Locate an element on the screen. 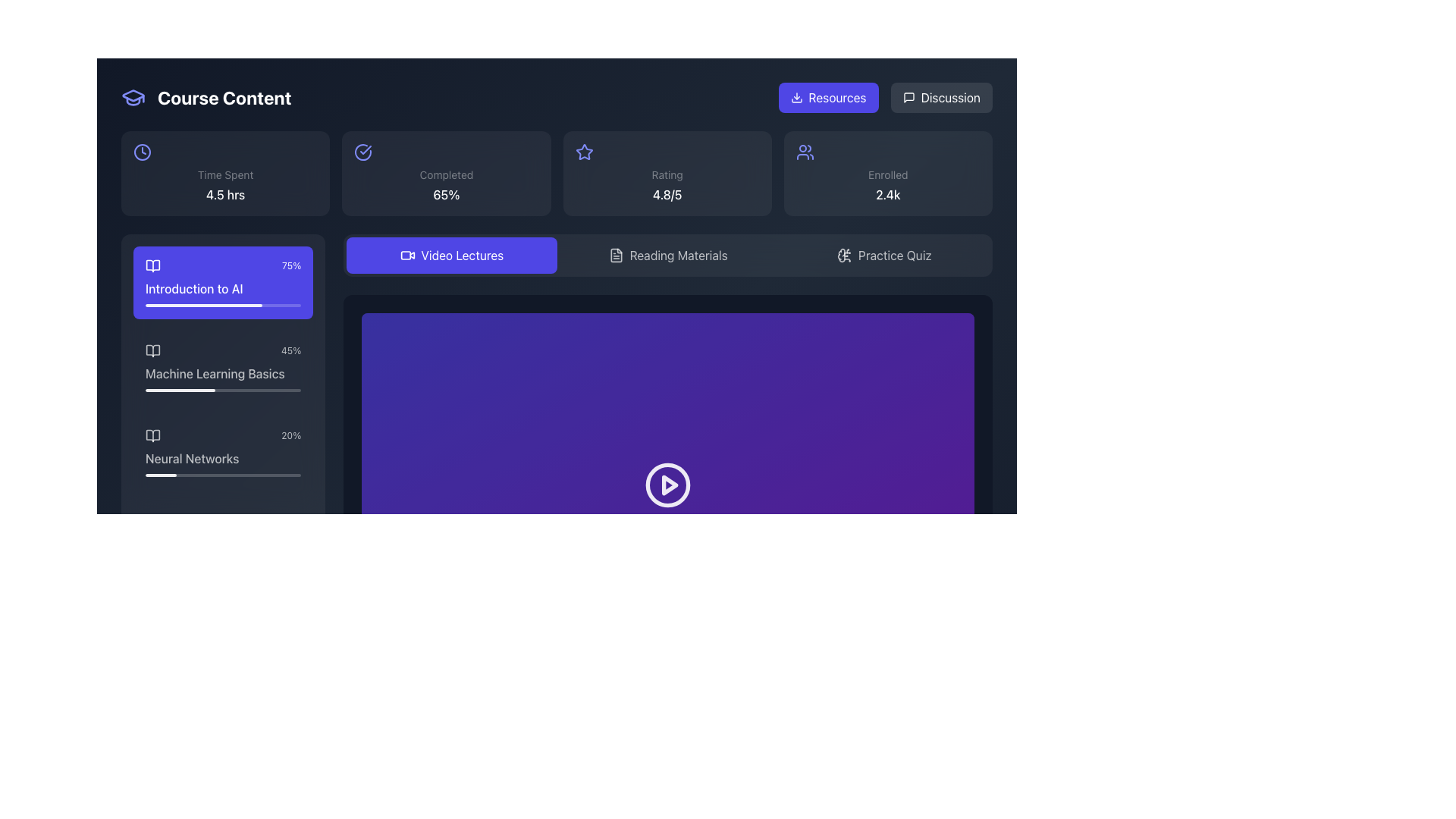 Image resolution: width=1456 pixels, height=819 pixels. the text label located in the top-right area of the interface, which is part of a clickable button next to the 'Resources' button is located at coordinates (949, 97).